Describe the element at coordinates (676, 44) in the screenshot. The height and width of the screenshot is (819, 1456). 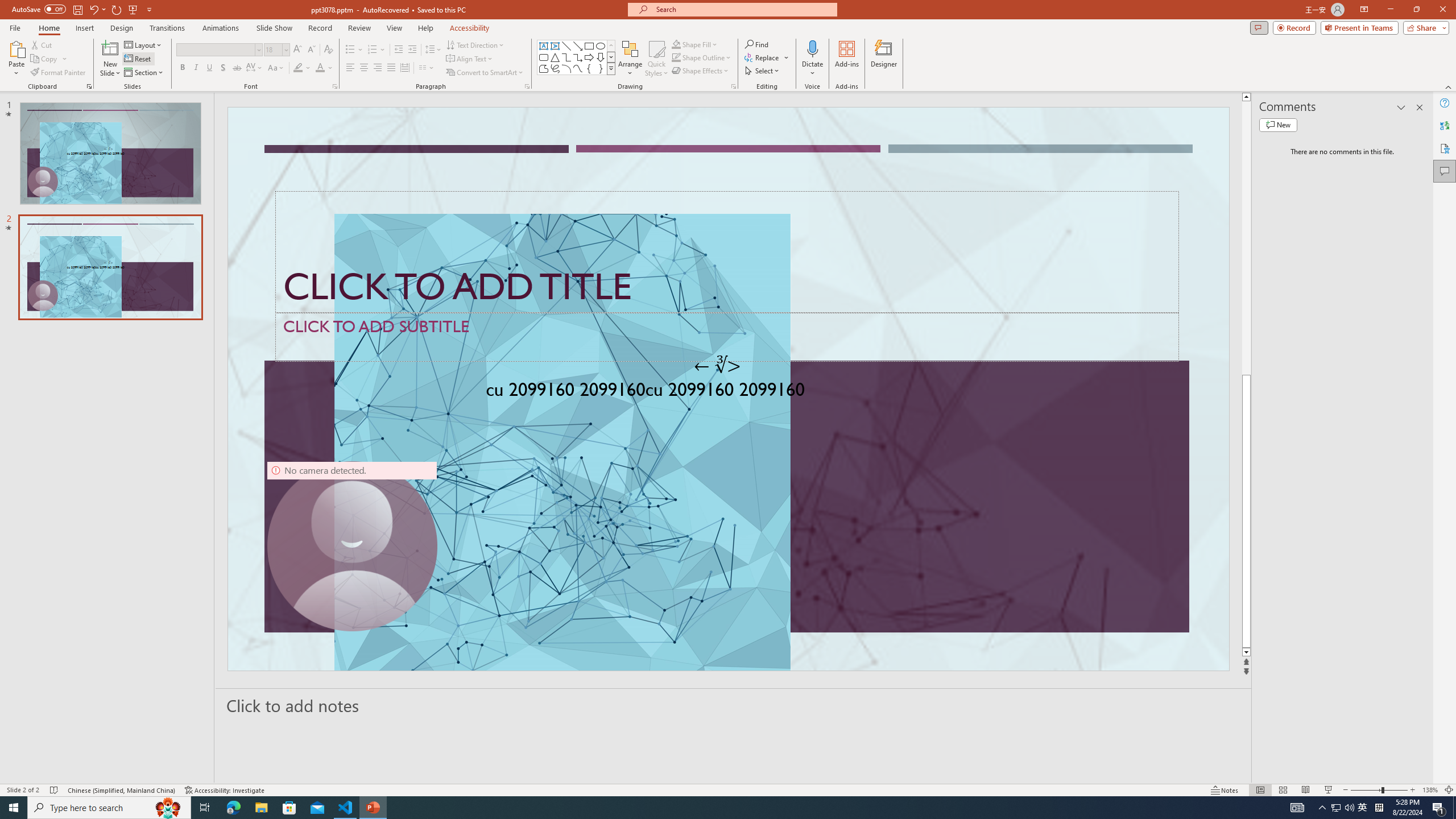
I see `'Shape Fill Dark Green, Accent 2'` at that location.